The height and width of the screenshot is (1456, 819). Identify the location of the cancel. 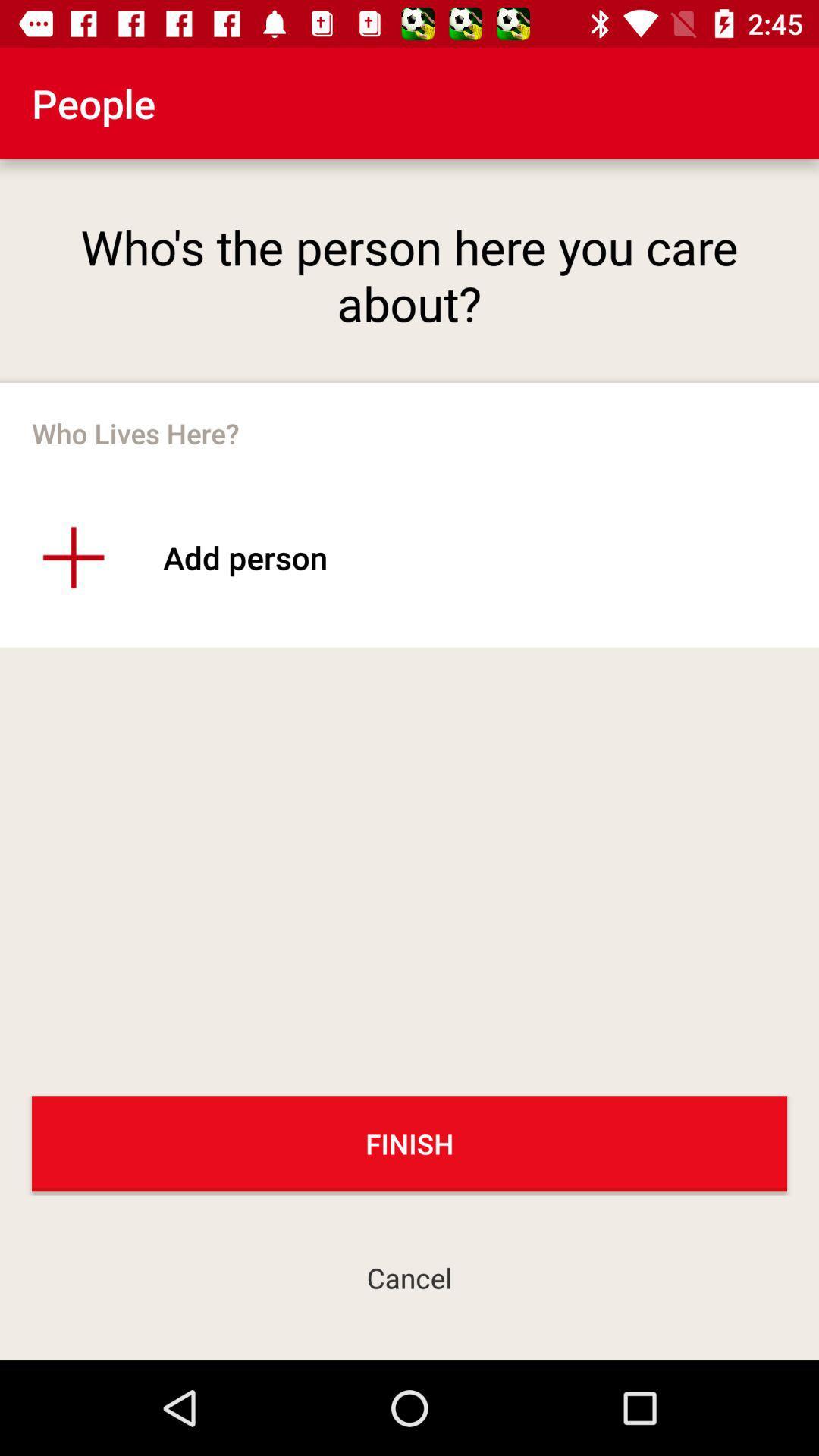
(409, 1277).